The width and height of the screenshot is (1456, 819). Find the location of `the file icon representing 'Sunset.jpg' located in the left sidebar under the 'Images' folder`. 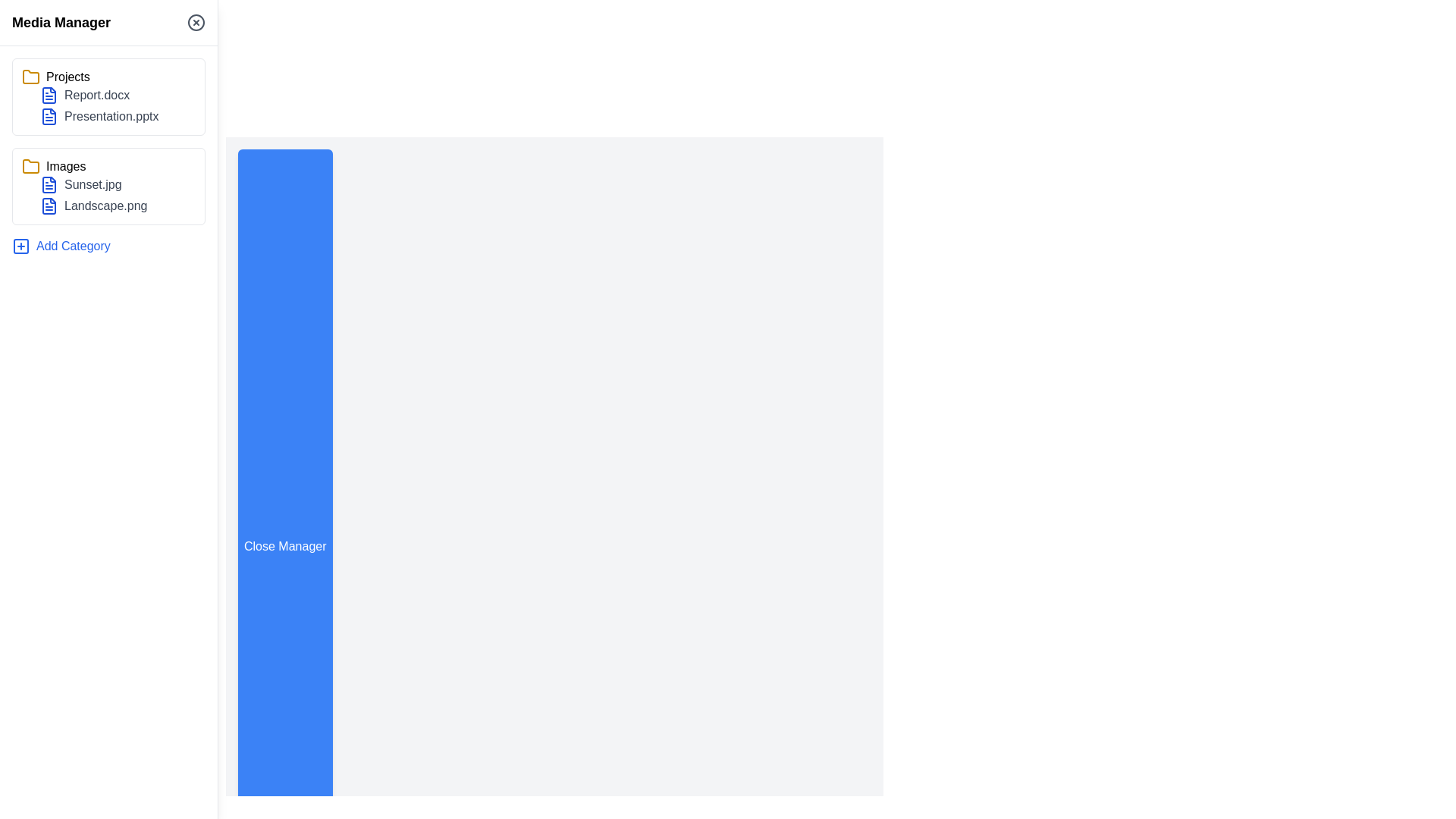

the file icon representing 'Sunset.jpg' located in the left sidebar under the 'Images' folder is located at coordinates (49, 184).